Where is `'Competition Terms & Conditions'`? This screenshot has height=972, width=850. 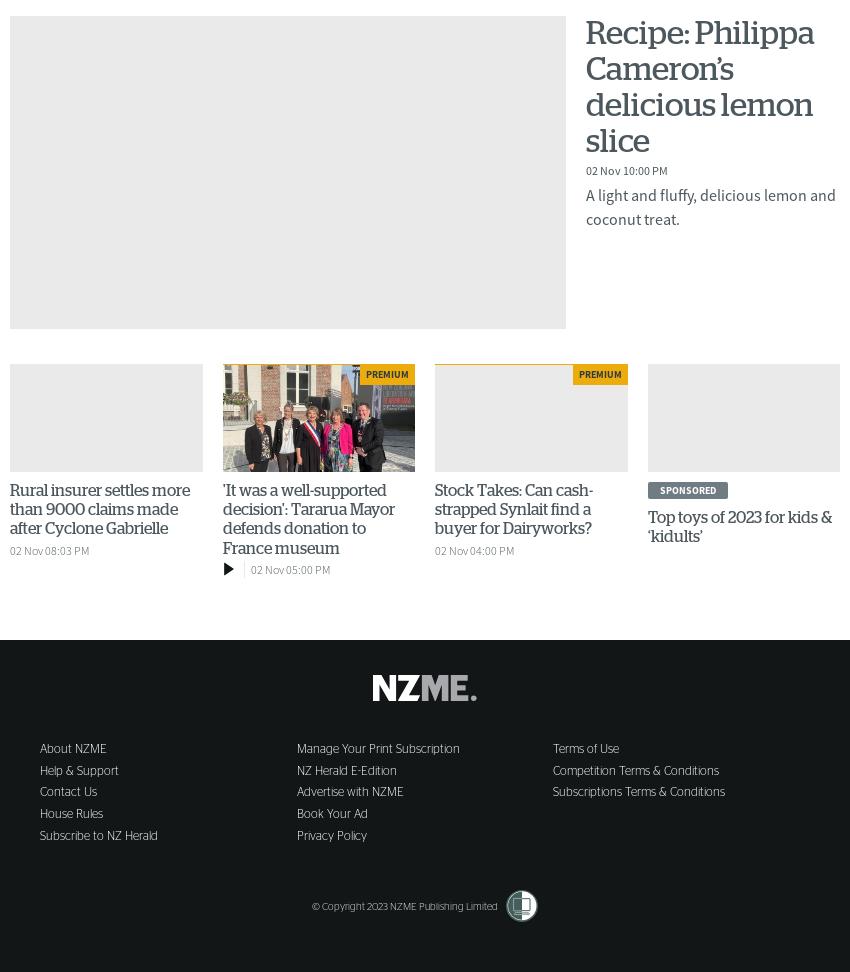 'Competition Terms & Conditions' is located at coordinates (634, 770).